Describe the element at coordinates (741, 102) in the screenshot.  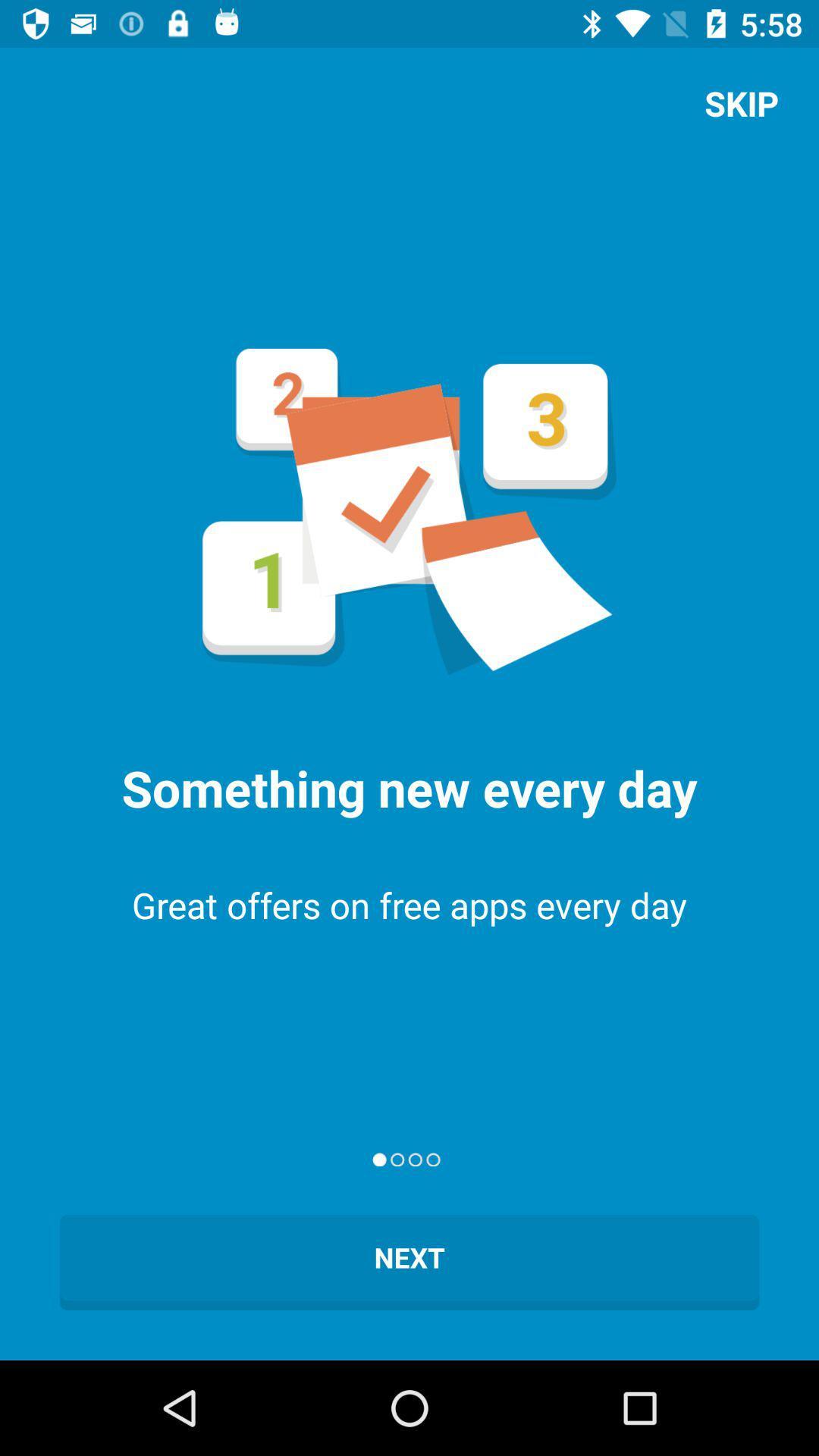
I see `skip app` at that location.